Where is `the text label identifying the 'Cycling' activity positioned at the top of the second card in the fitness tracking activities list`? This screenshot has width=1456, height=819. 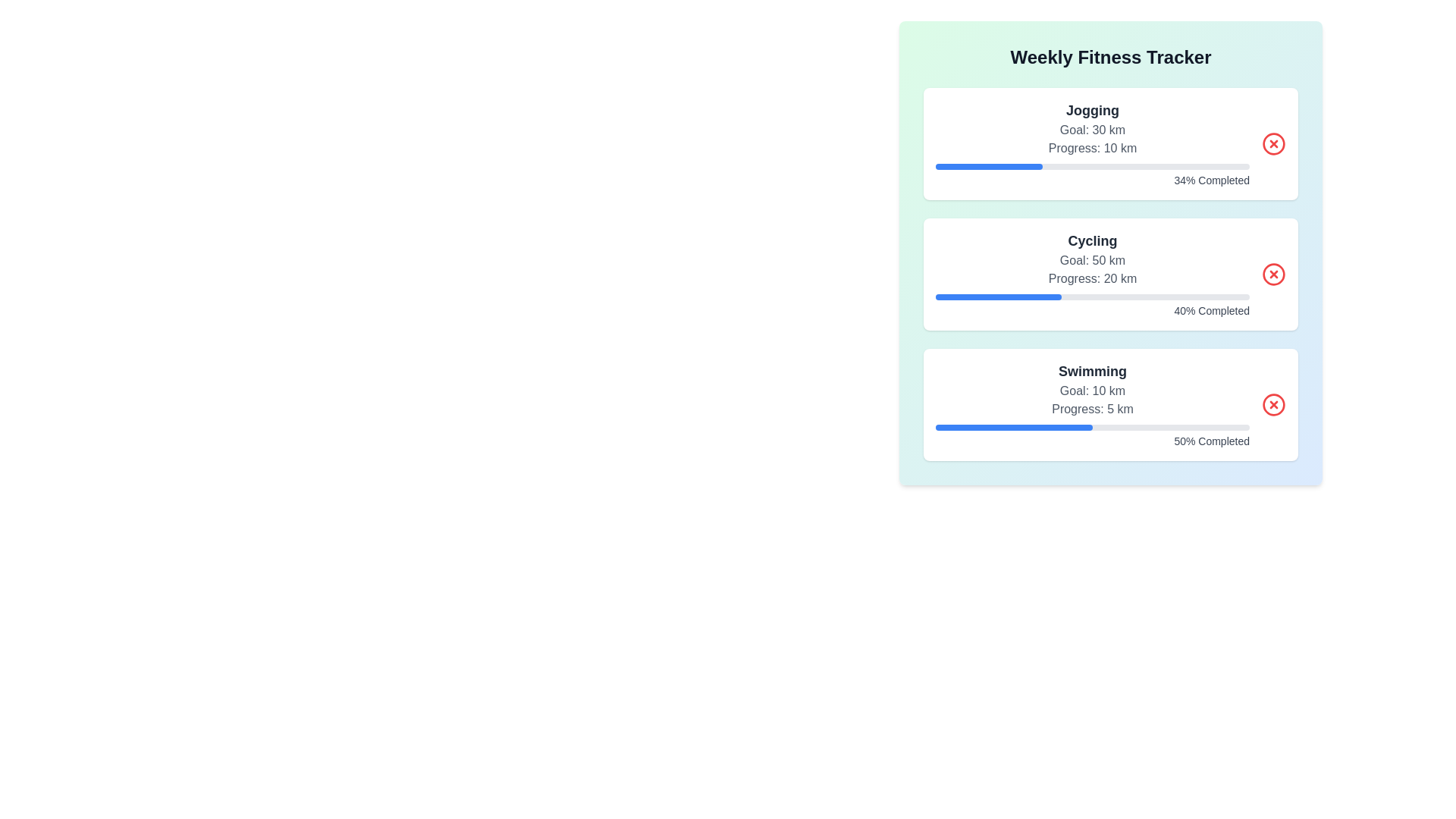
the text label identifying the 'Cycling' activity positioned at the top of the second card in the fitness tracking activities list is located at coordinates (1092, 240).